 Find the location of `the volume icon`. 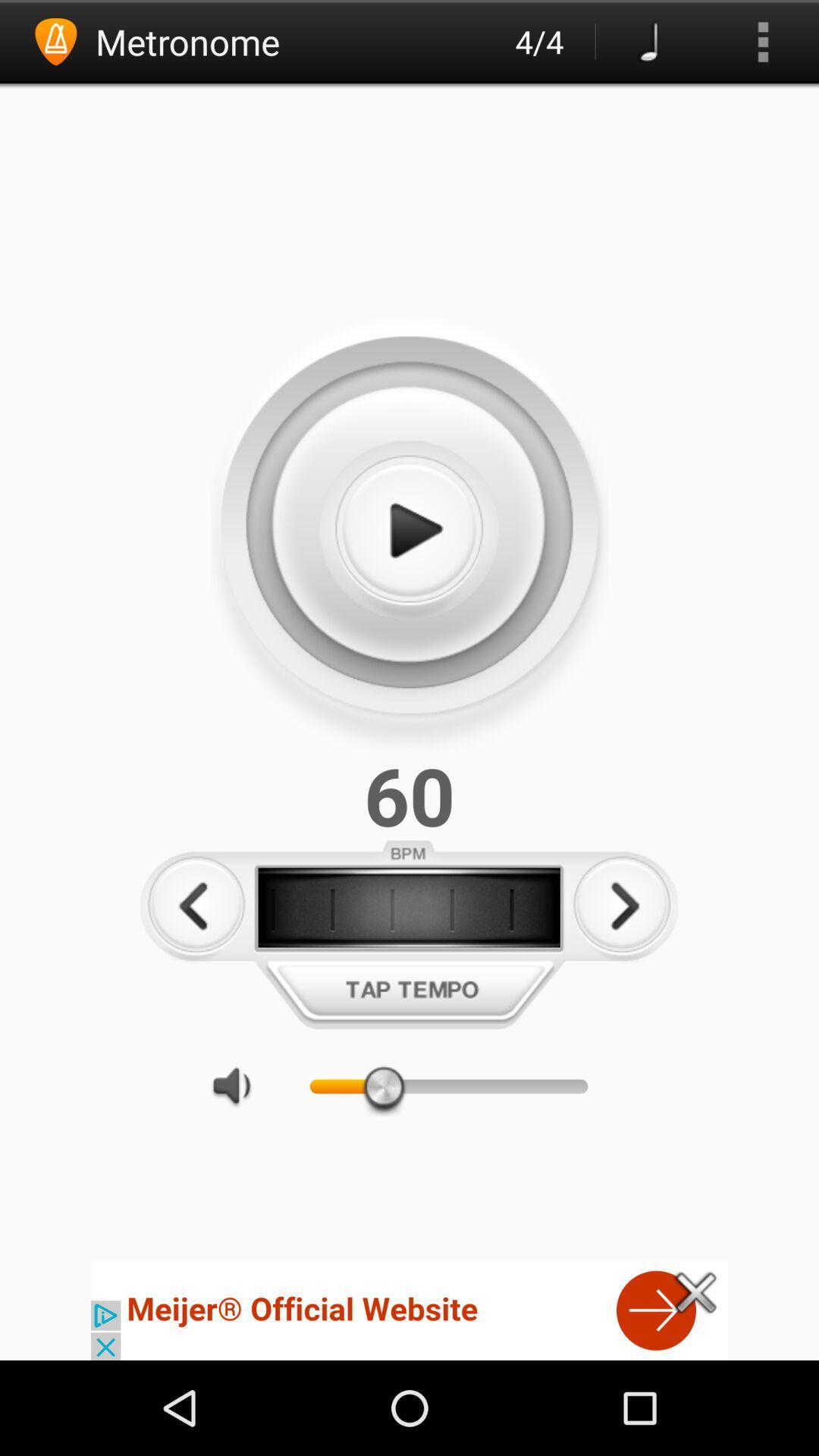

the volume icon is located at coordinates (239, 1162).